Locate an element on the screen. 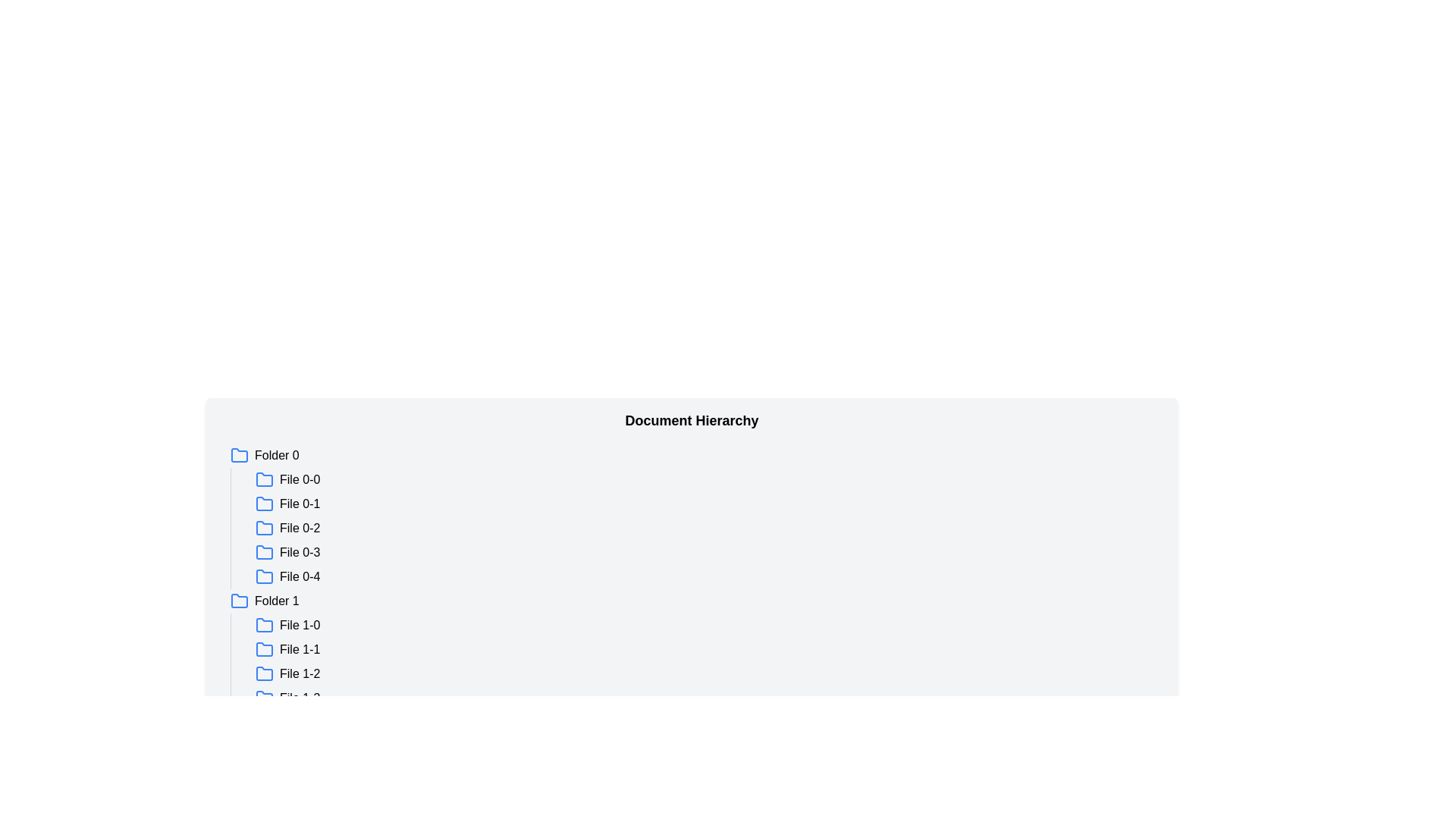  the text label displaying 'File 0-1' is located at coordinates (300, 504).